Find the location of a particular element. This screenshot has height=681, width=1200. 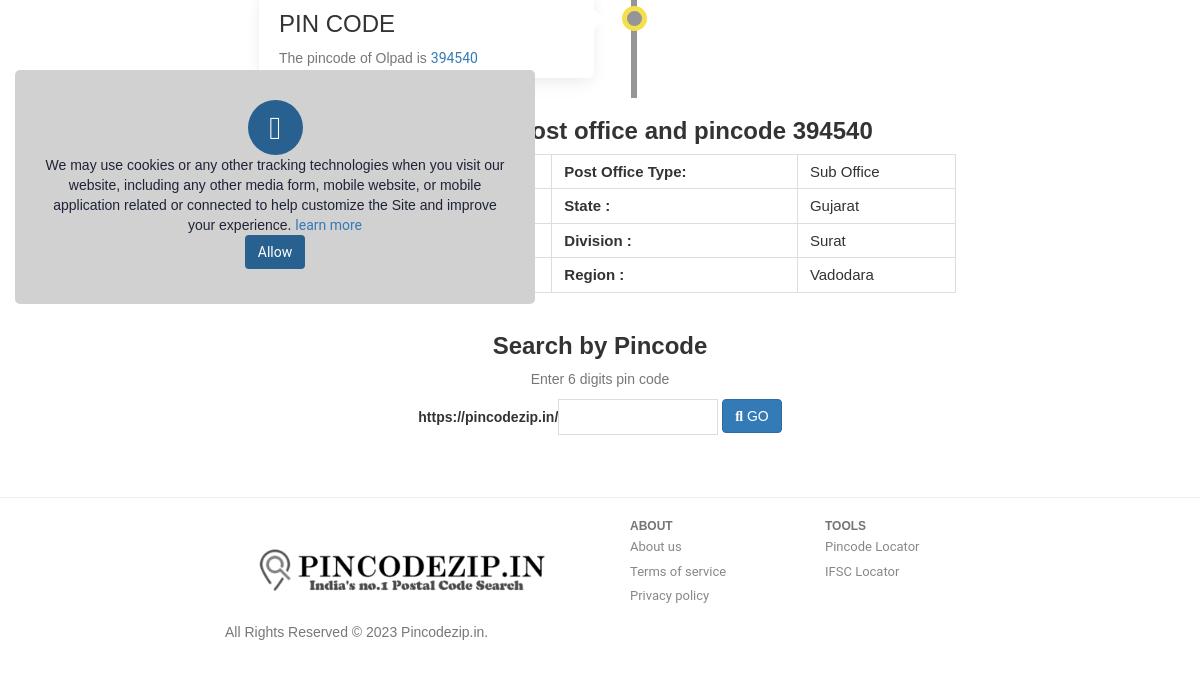

'ABOUT' is located at coordinates (651, 526).